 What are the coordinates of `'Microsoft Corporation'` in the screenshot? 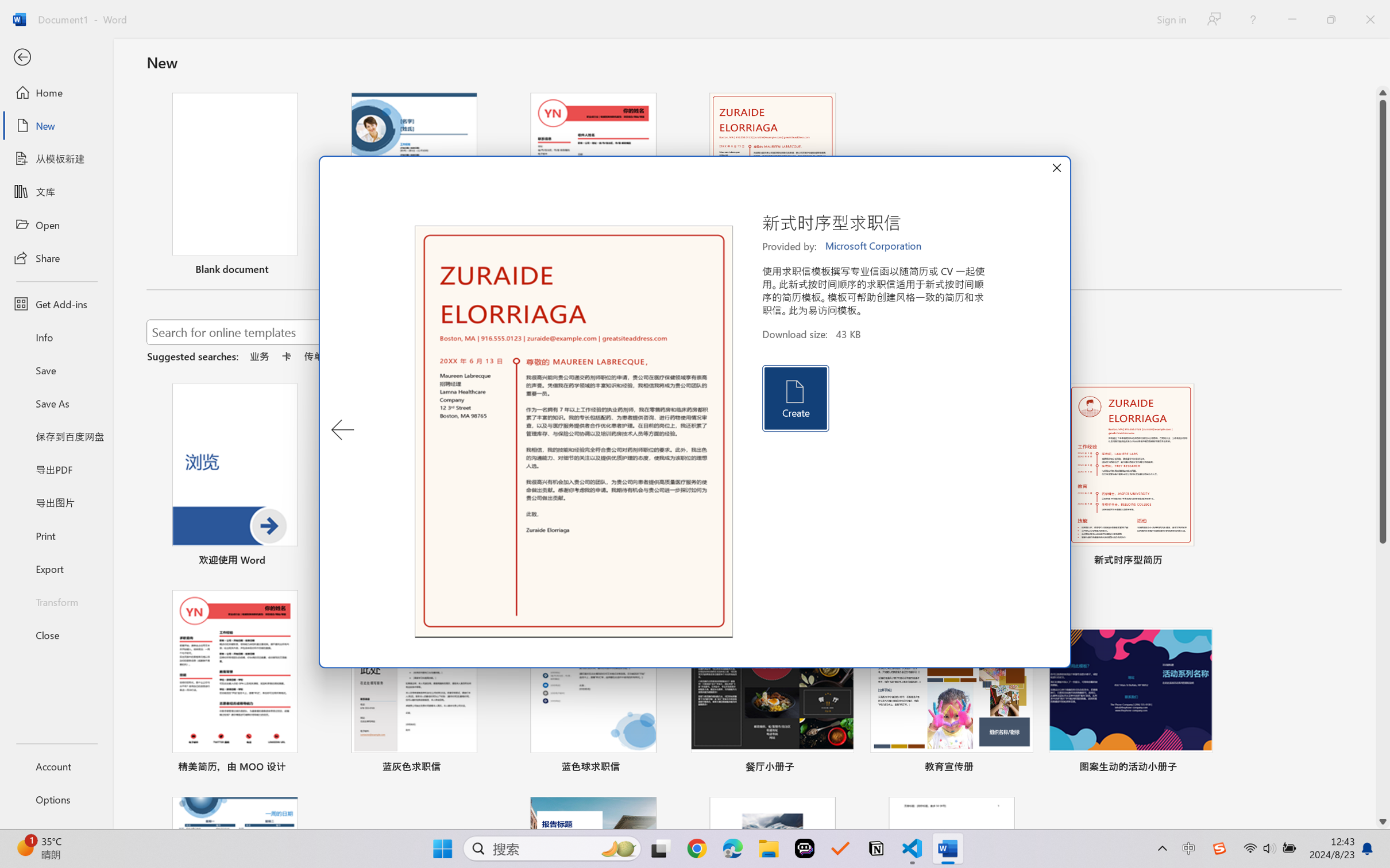 It's located at (874, 246).